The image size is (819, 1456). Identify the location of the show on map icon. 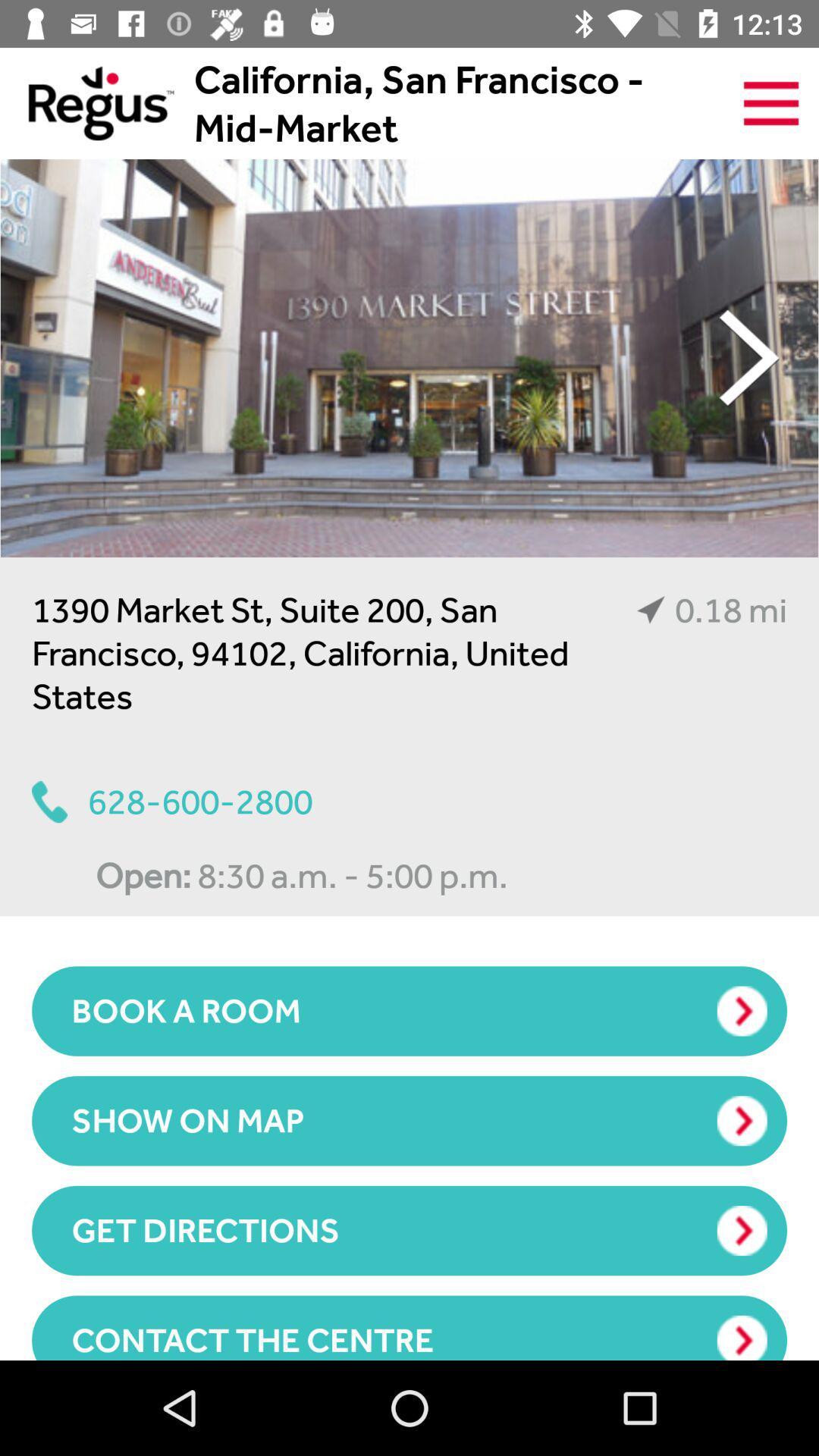
(409, 1121).